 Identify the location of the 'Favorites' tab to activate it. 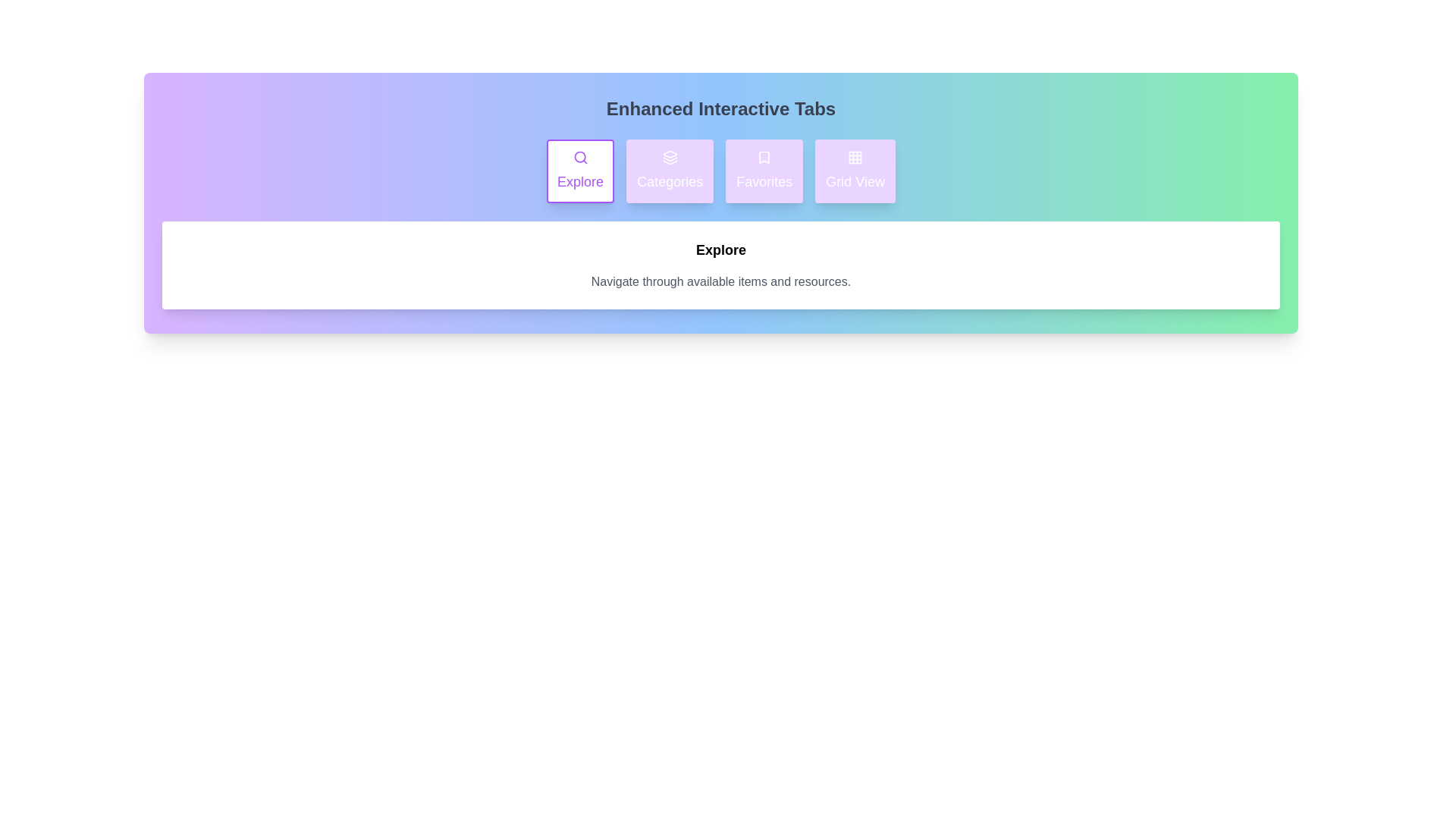
(764, 171).